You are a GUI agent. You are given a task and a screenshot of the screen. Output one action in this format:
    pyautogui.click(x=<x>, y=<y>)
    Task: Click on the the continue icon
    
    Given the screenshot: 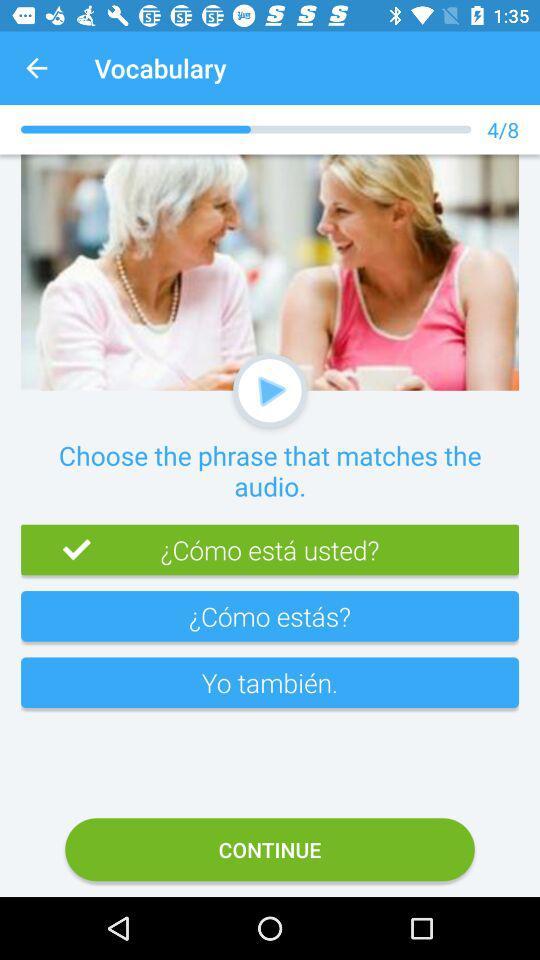 What is the action you would take?
    pyautogui.click(x=270, y=848)
    